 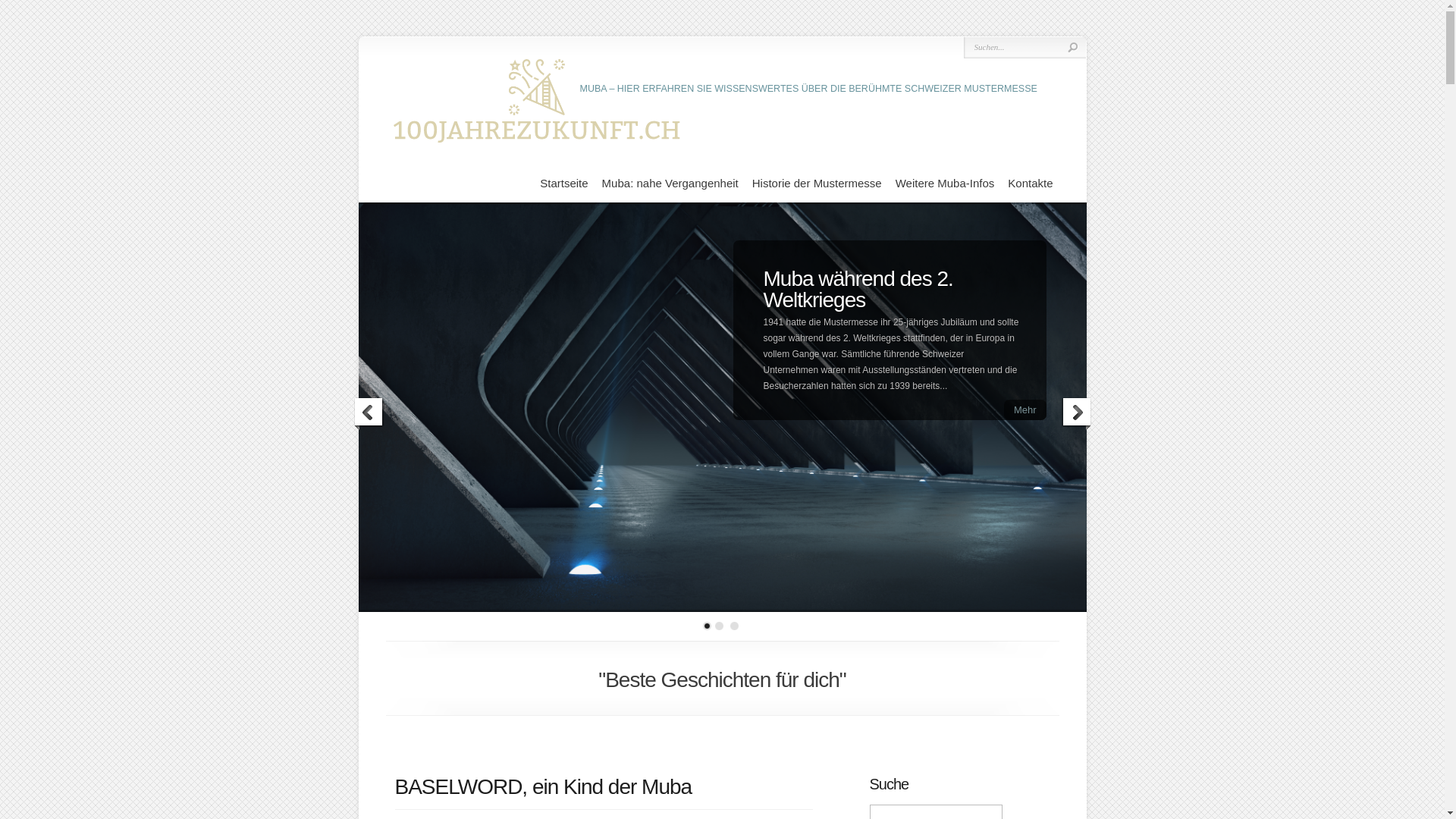 I want to click on 'Next', so click(x=1074, y=414).